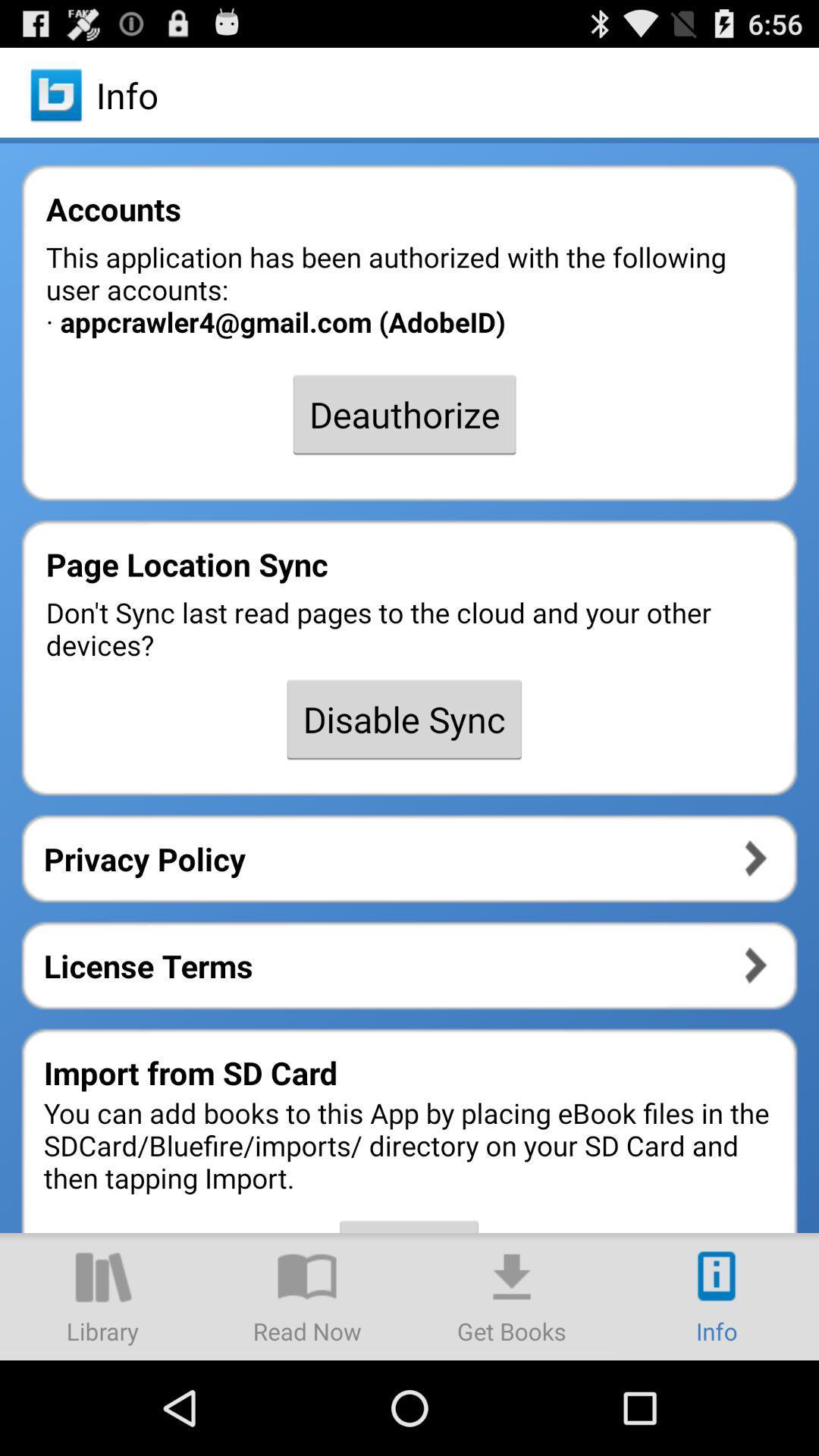  I want to click on the icon below the you can add item, so click(717, 1295).